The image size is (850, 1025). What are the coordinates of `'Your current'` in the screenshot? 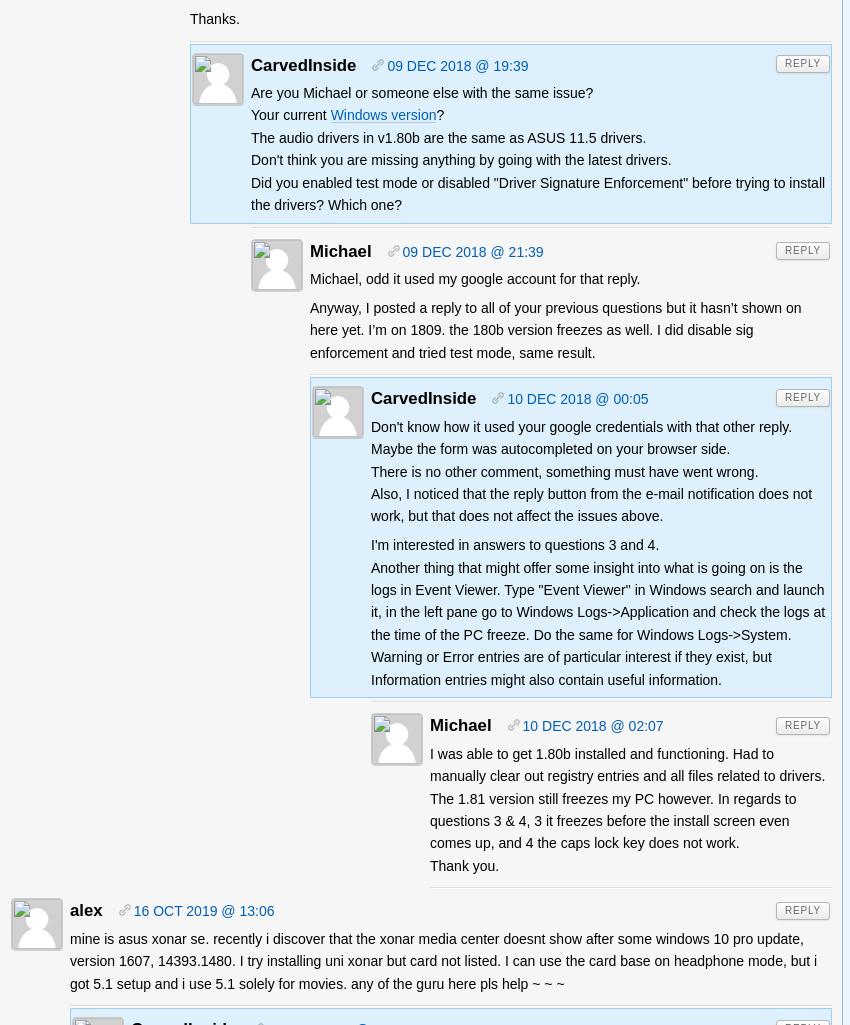 It's located at (251, 115).